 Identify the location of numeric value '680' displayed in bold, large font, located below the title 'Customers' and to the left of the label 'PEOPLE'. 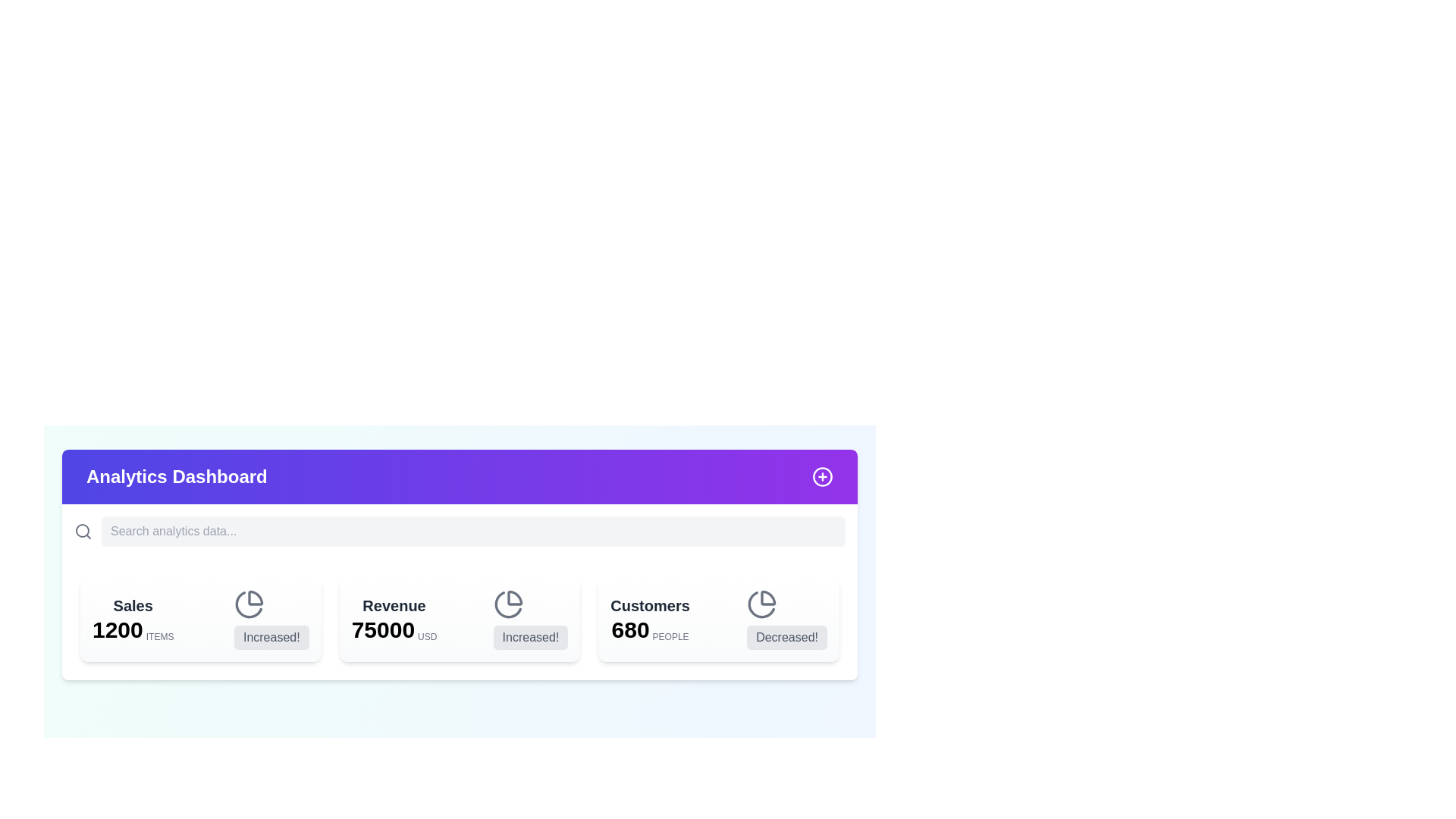
(630, 629).